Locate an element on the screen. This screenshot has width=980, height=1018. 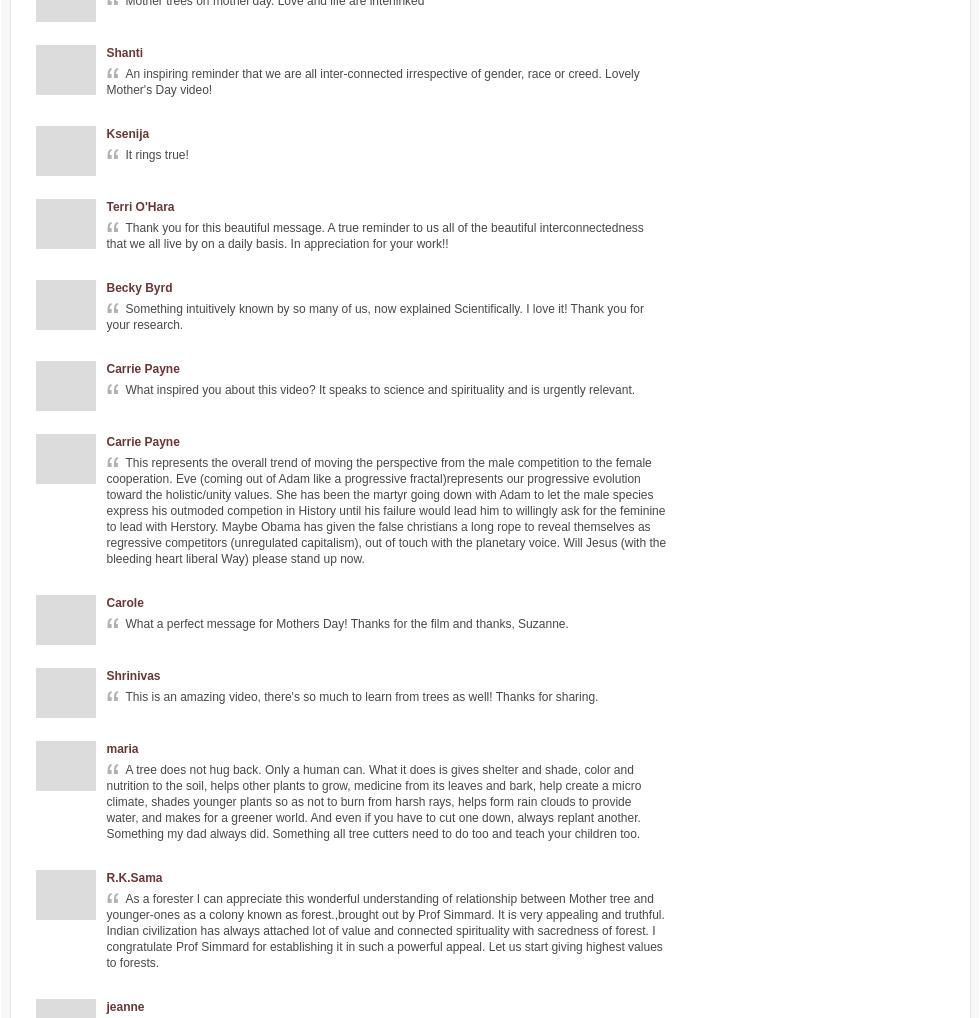
'Thank you for this beautiful message. A true reminder to us all of the beautiful interconnectedness that we all live by on a daily basis. In appreciation for your work!!' is located at coordinates (106, 234).